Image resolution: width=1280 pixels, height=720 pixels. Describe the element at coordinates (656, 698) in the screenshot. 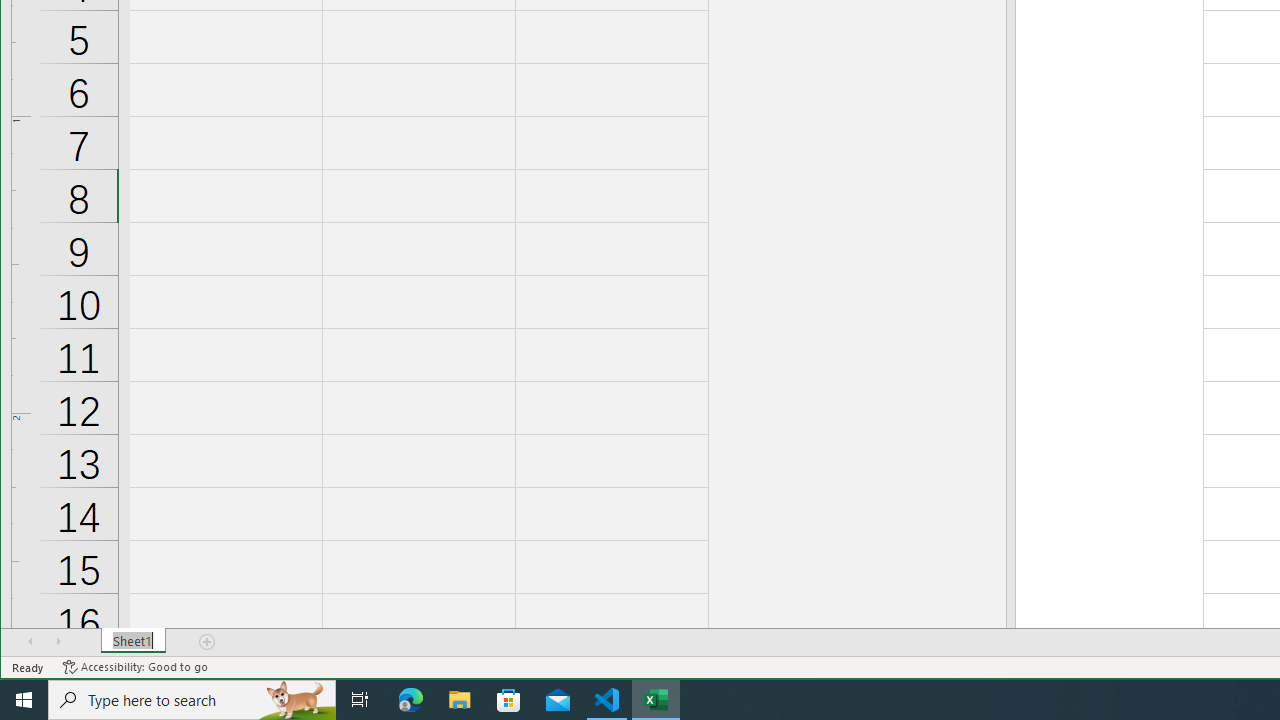

I see `'Excel - 1 running window'` at that location.